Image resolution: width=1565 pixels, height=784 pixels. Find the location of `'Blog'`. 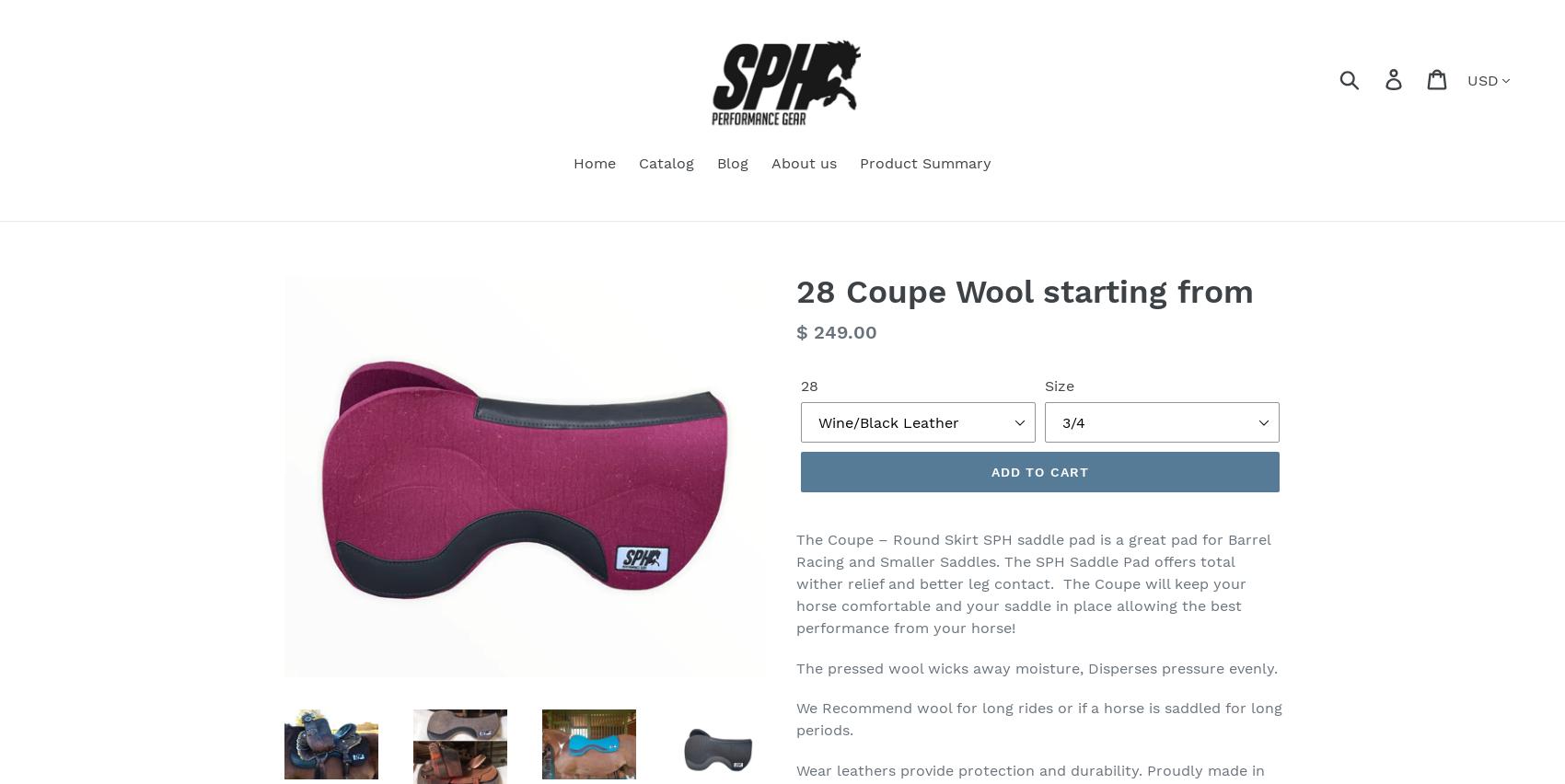

'Blog' is located at coordinates (731, 162).